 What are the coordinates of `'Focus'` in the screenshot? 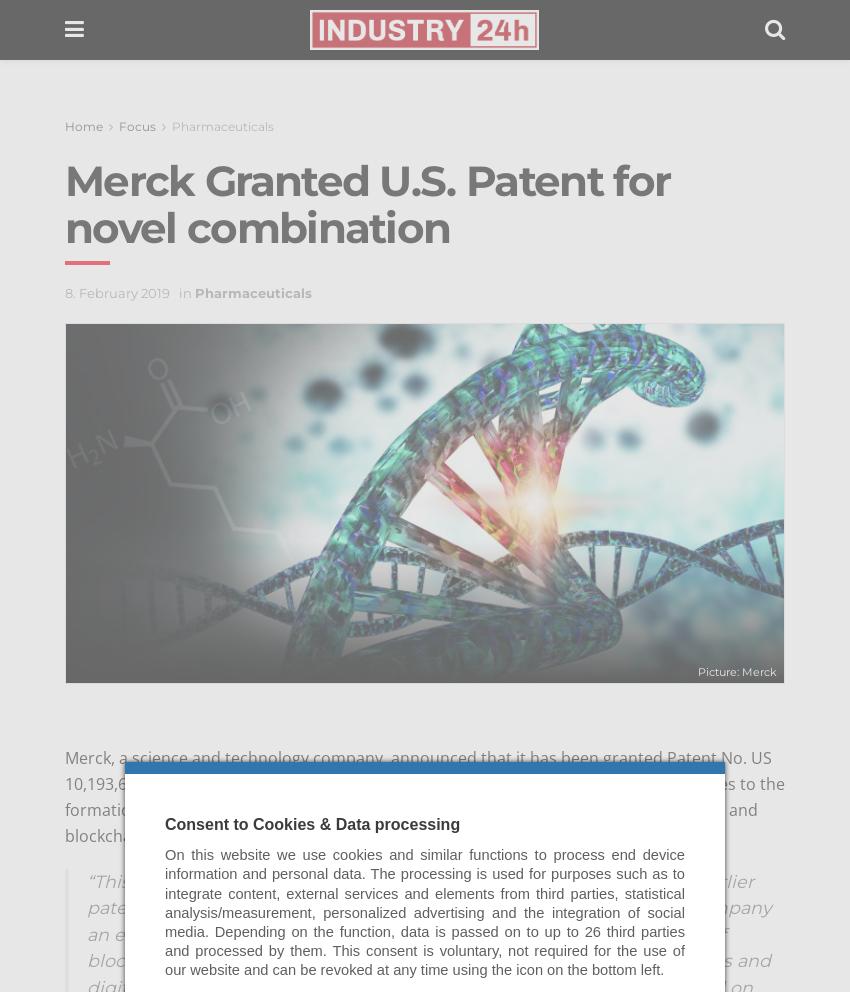 It's located at (137, 126).